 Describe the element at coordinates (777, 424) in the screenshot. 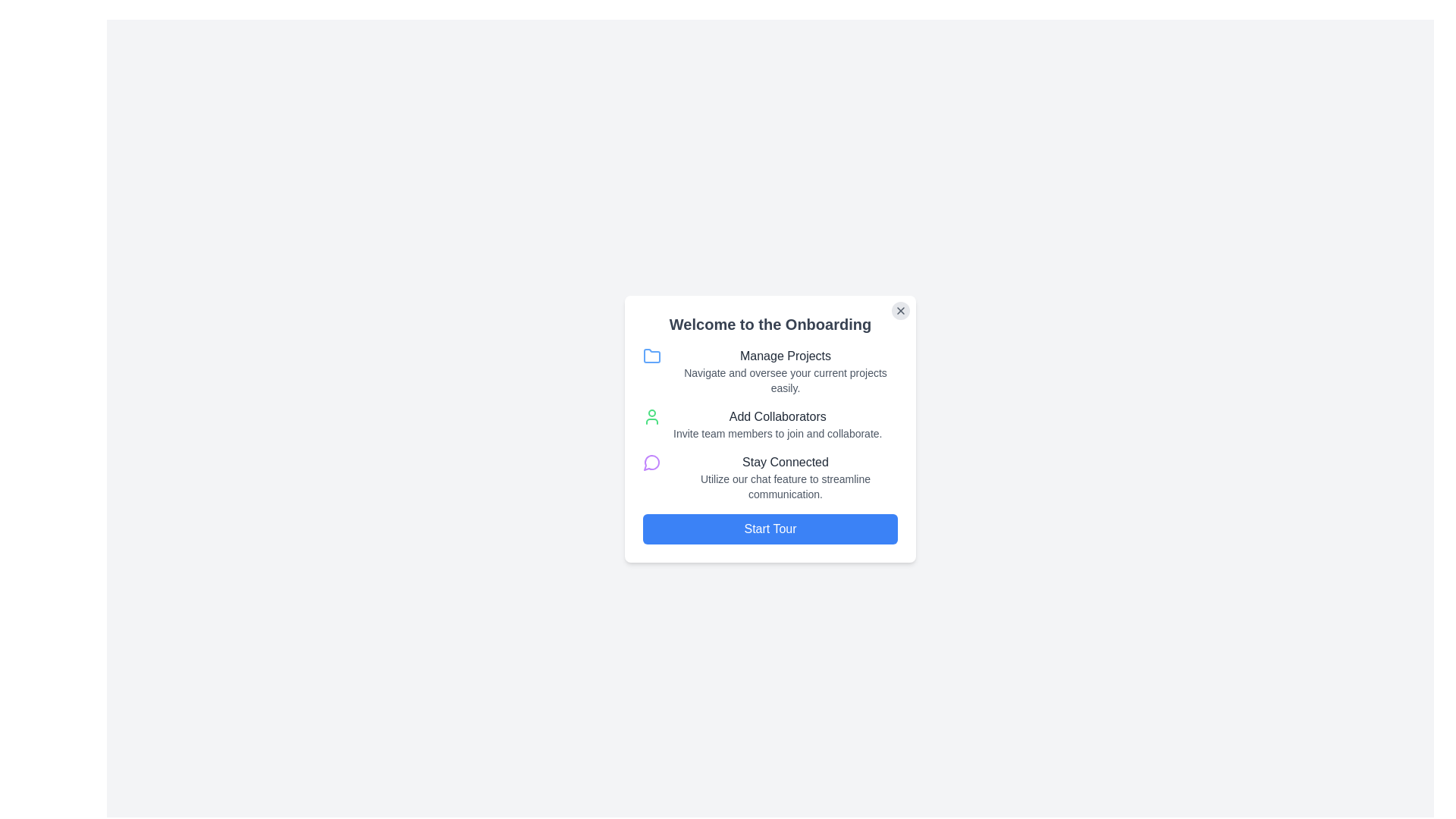

I see `the informational text block that provides a title and description for adding collaborators to a project, positioned centrally in the dialog box below 'Manage Projects' and above 'Stay Connected'` at that location.